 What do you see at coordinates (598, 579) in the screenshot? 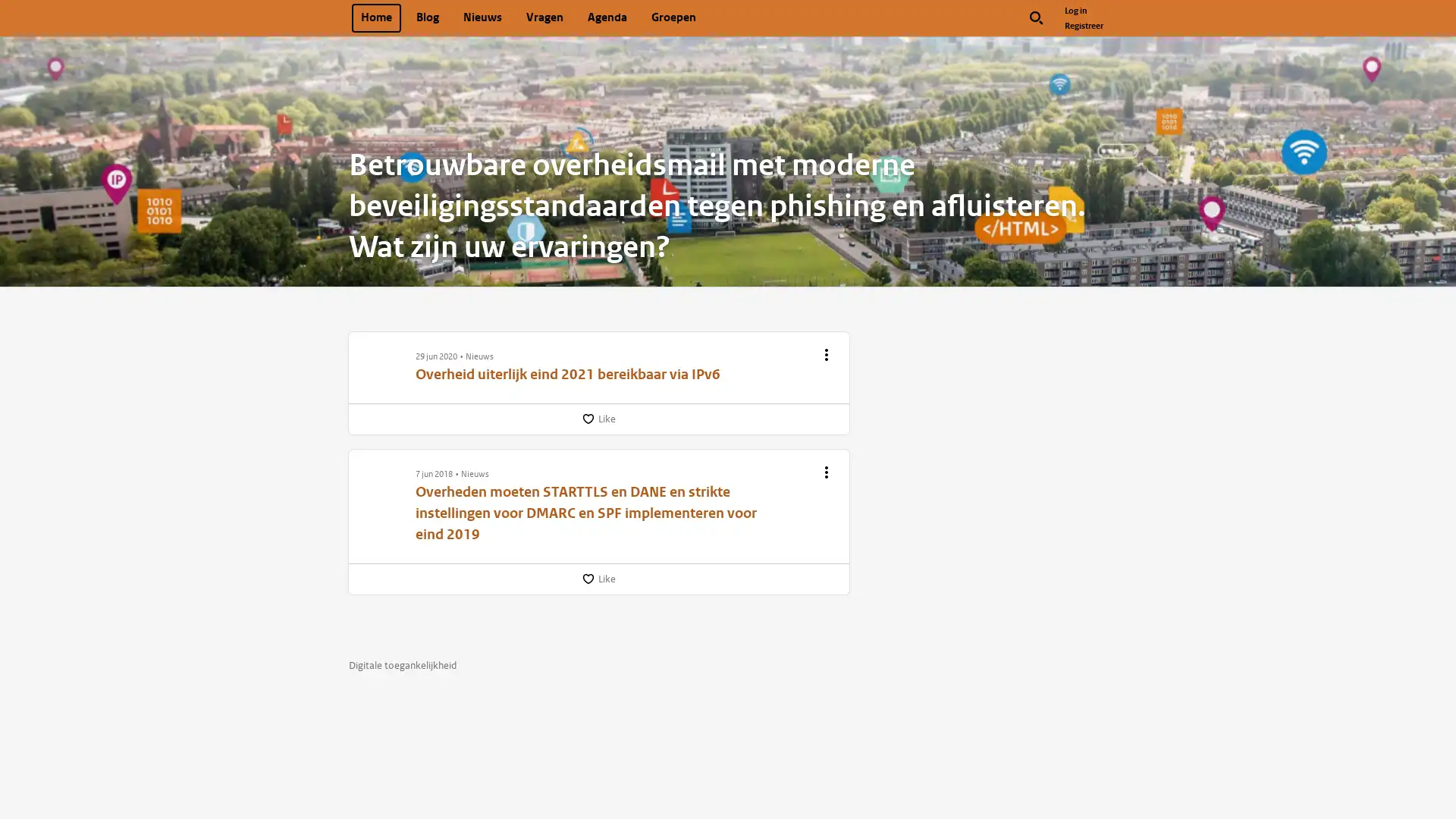
I see `Like` at bounding box center [598, 579].